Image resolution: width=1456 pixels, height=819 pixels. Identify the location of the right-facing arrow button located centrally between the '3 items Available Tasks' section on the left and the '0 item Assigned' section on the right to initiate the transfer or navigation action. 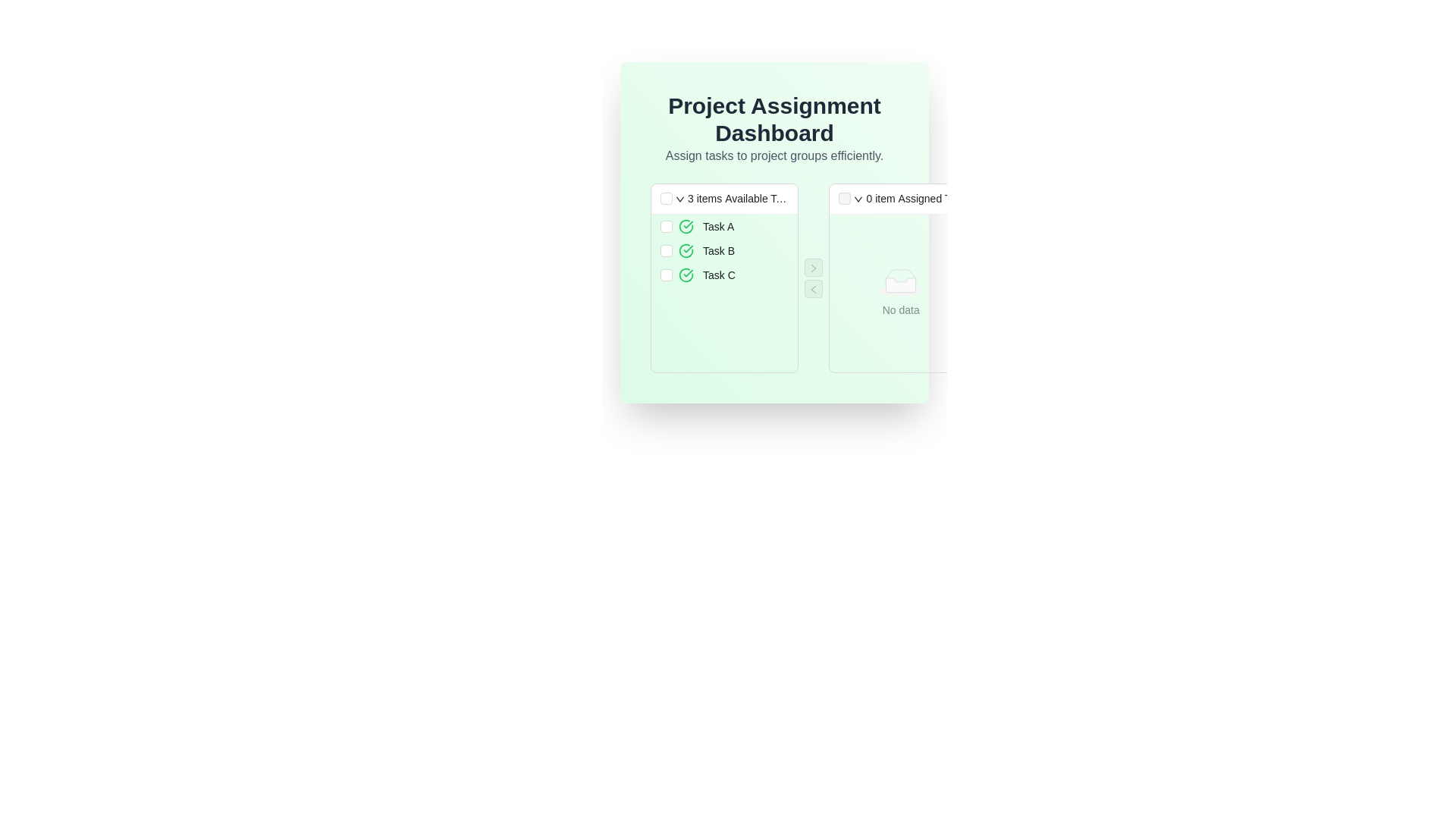
(813, 267).